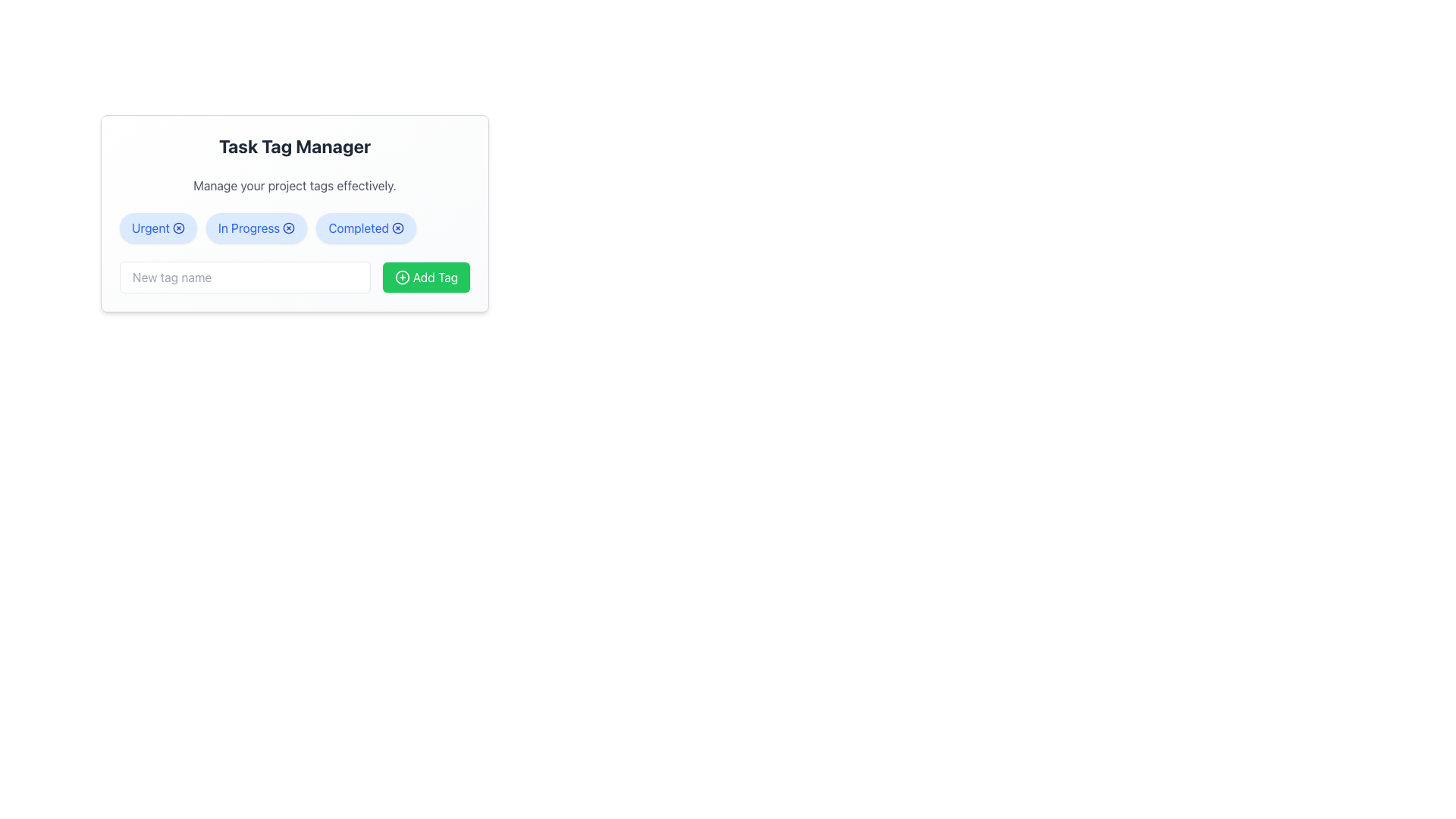  What do you see at coordinates (178, 227) in the screenshot?
I see `the SVG graphic (Circle) that represents the clickable area` at bounding box center [178, 227].